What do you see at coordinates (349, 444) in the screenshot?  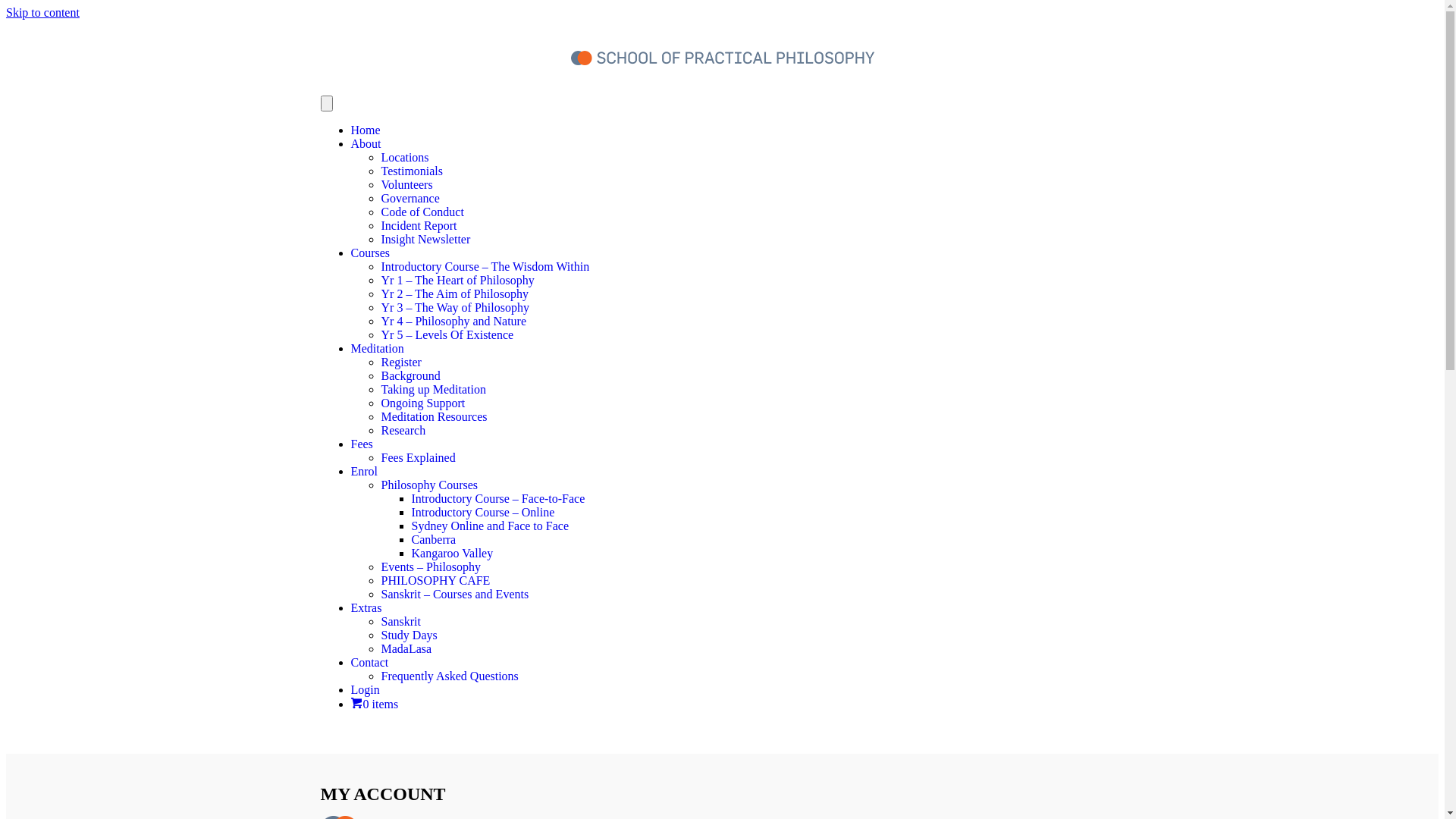 I see `'Fees'` at bounding box center [349, 444].